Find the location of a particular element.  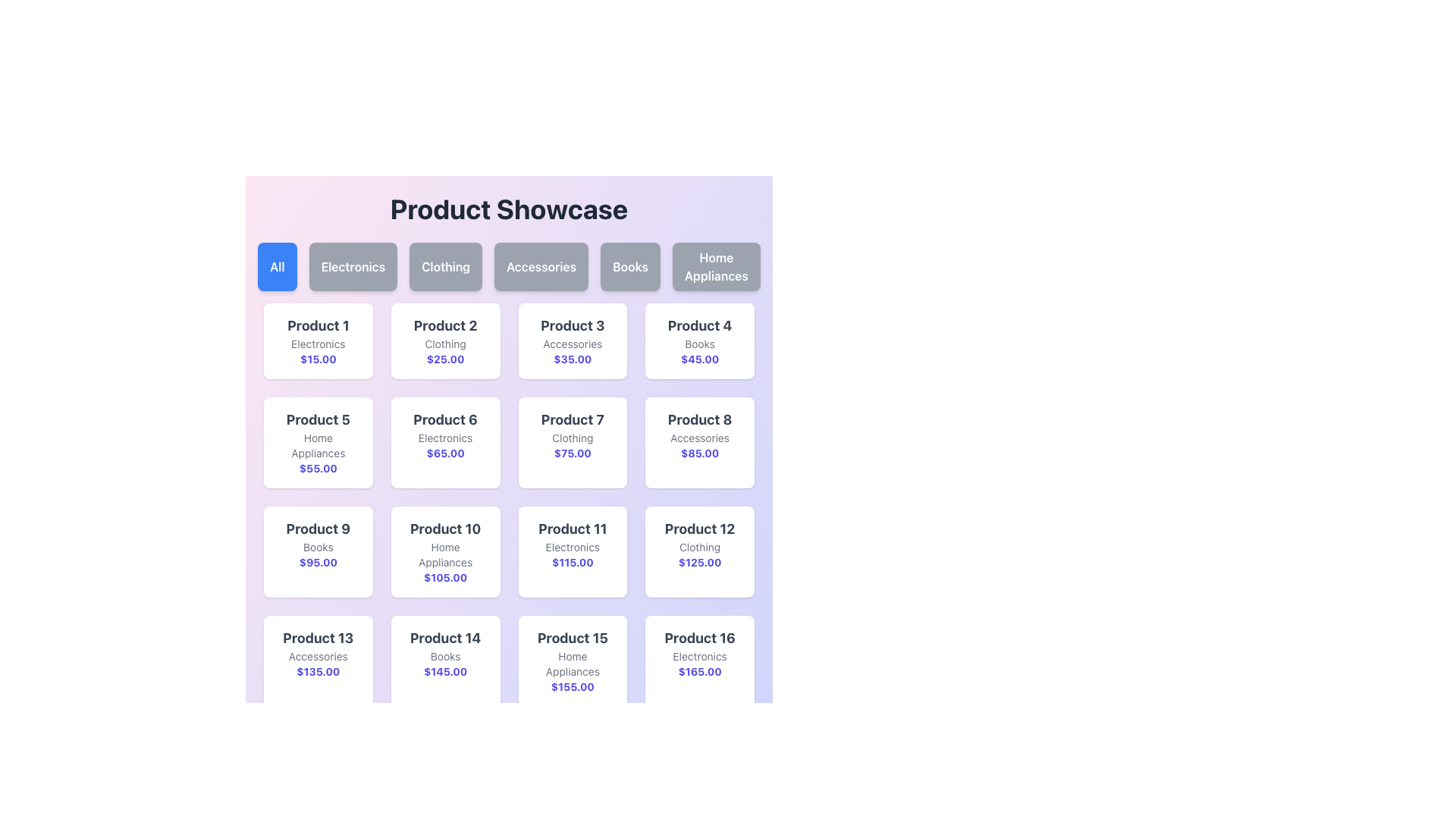

the card labeled 'Product 16' which features a white background, rounded corners, and displays '$165.00' at the bottom is located at coordinates (699, 660).